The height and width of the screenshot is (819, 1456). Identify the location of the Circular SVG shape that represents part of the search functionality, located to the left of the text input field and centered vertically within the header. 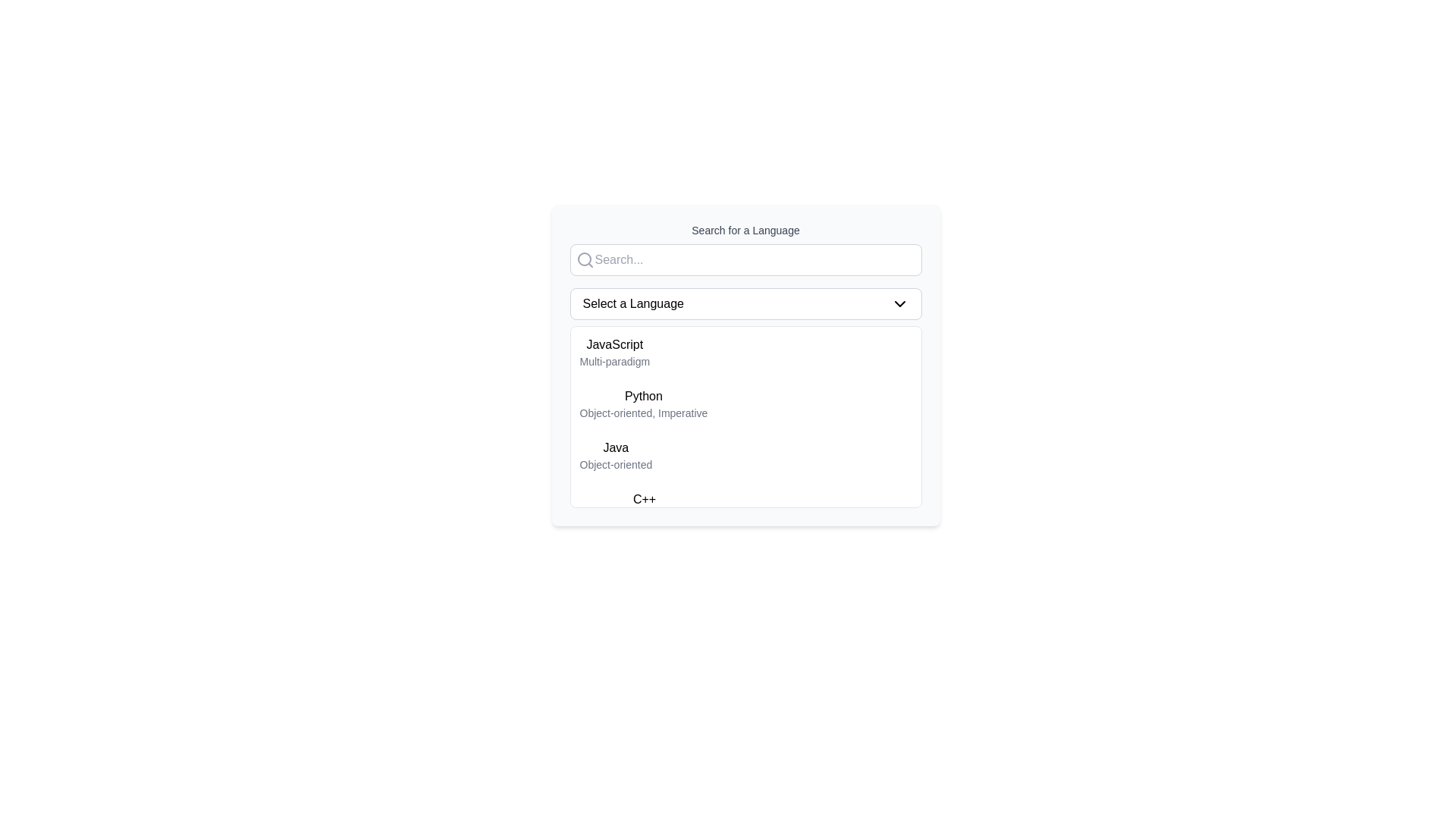
(583, 259).